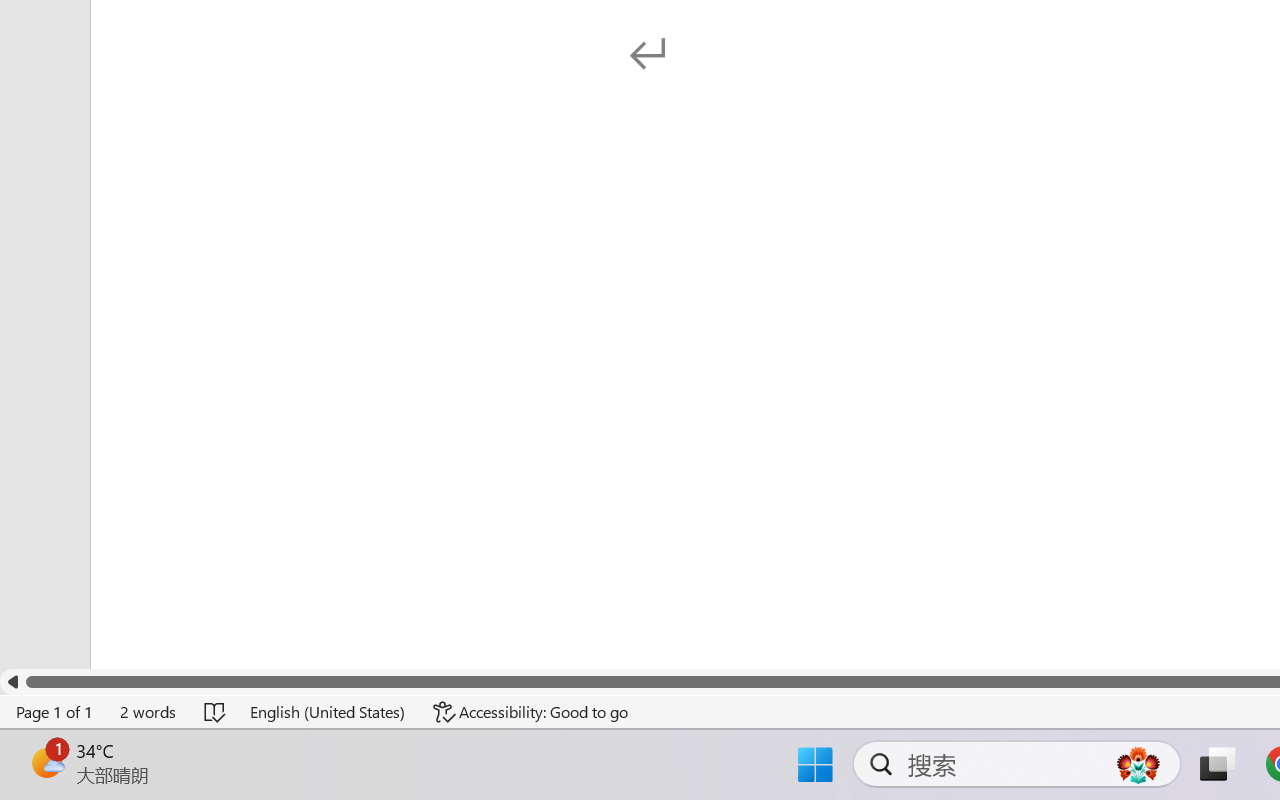 The height and width of the screenshot is (800, 1280). I want to click on 'Accessibility Checker Accessibility: Good to go', so click(531, 711).